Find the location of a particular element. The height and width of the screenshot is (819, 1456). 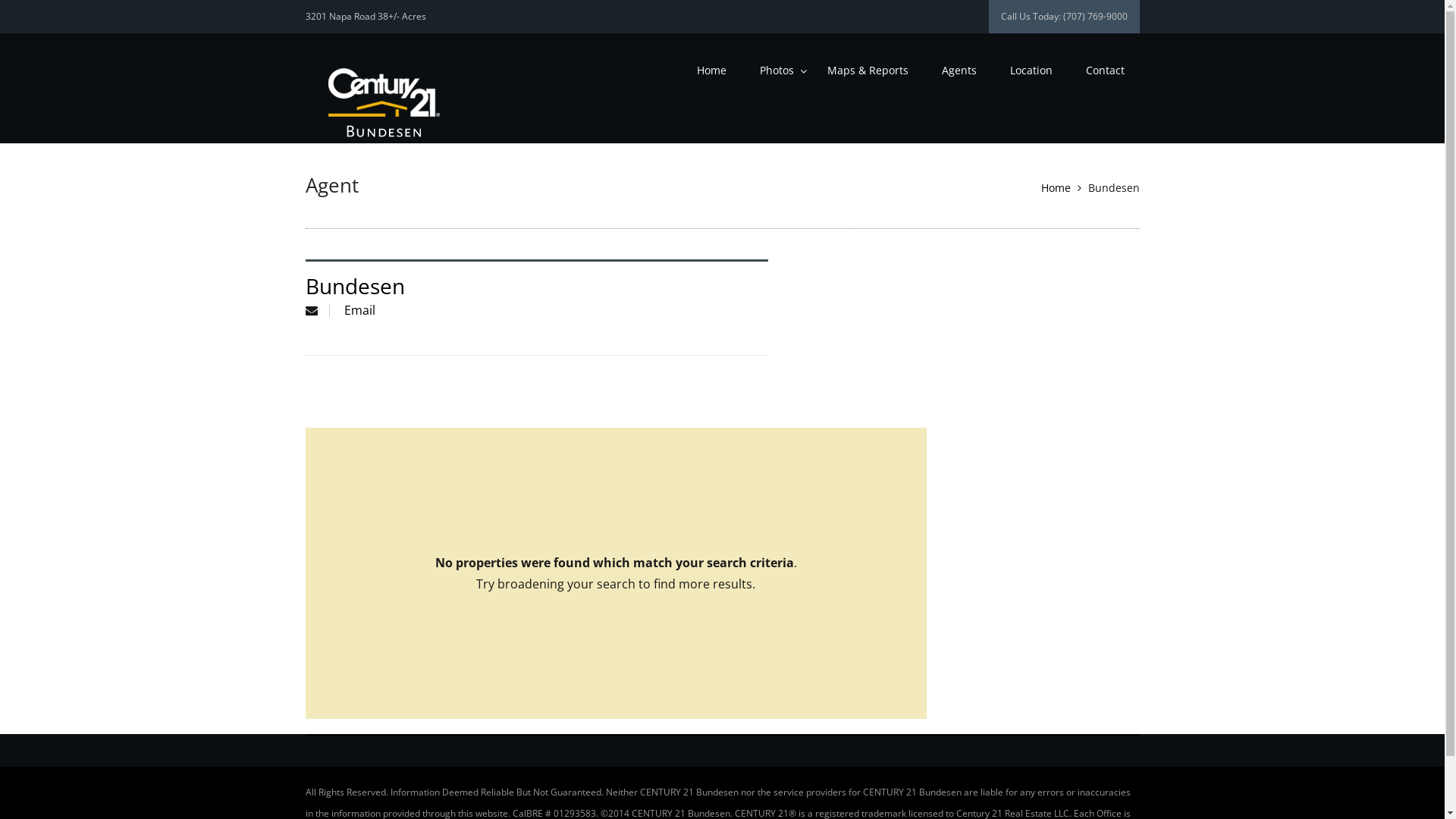

'Home' is located at coordinates (1054, 187).